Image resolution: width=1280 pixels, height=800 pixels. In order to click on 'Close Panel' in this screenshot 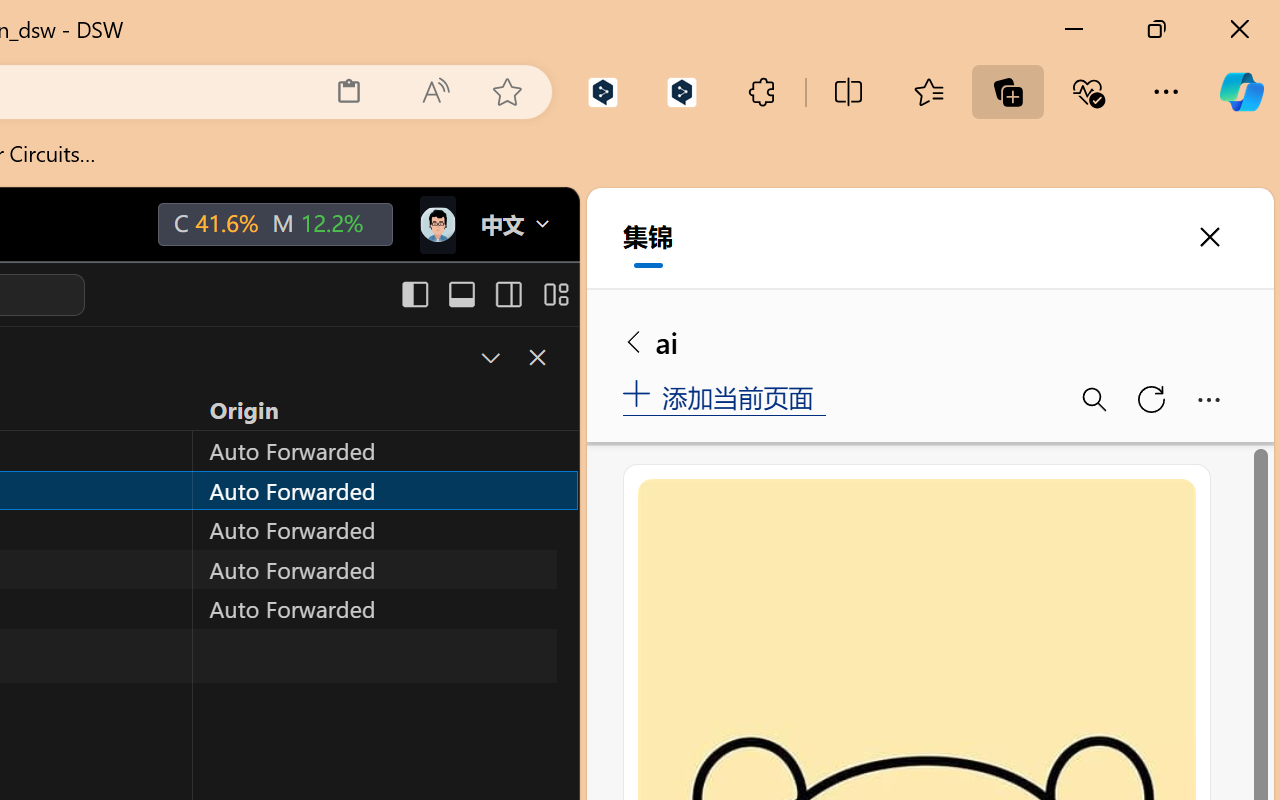, I will do `click(536, 357)`.